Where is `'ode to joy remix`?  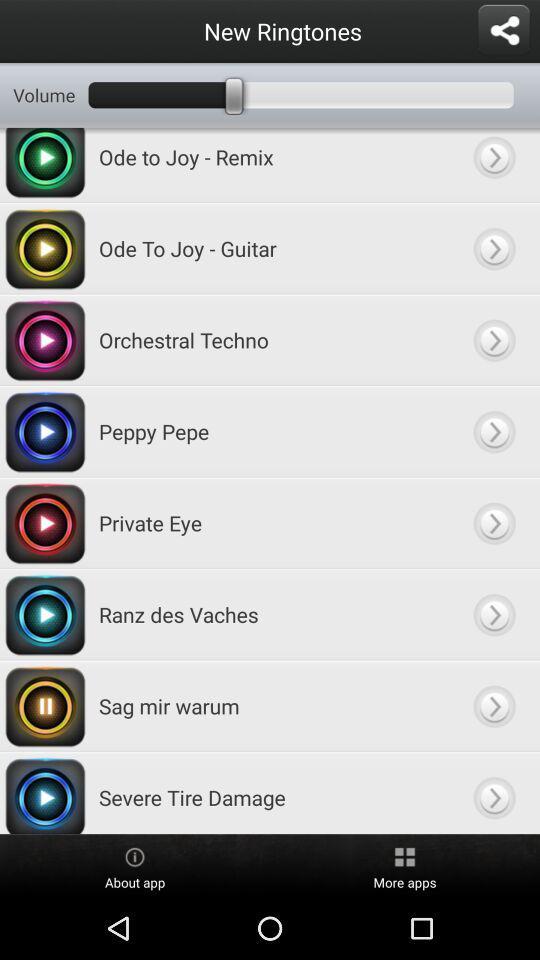 'ode to joy remix is located at coordinates (493, 164).